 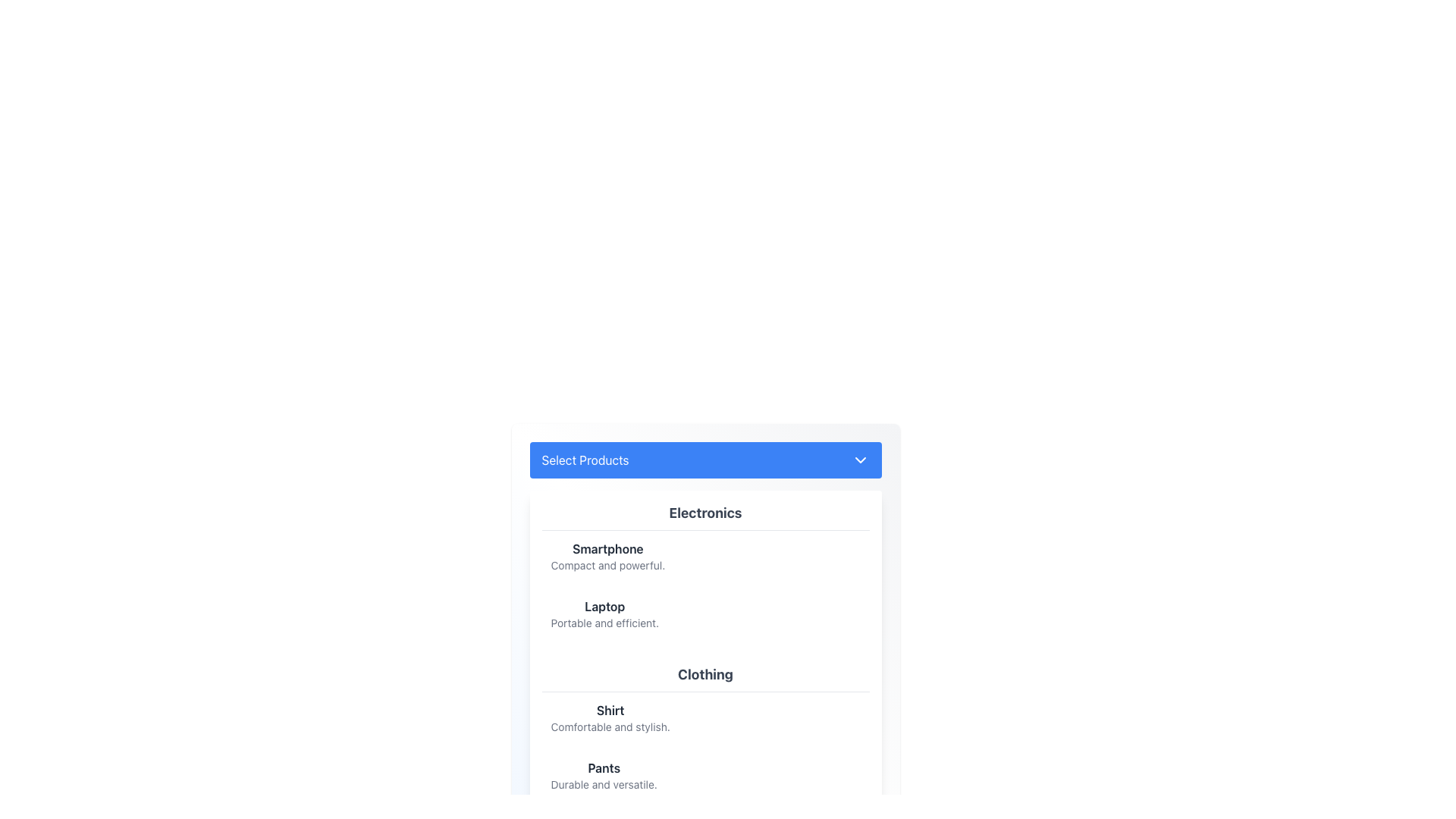 I want to click on the text label that reads 'Comfortable and stylish.' located below the 'Shirt' label in the 'Clothing' section, so click(x=610, y=726).